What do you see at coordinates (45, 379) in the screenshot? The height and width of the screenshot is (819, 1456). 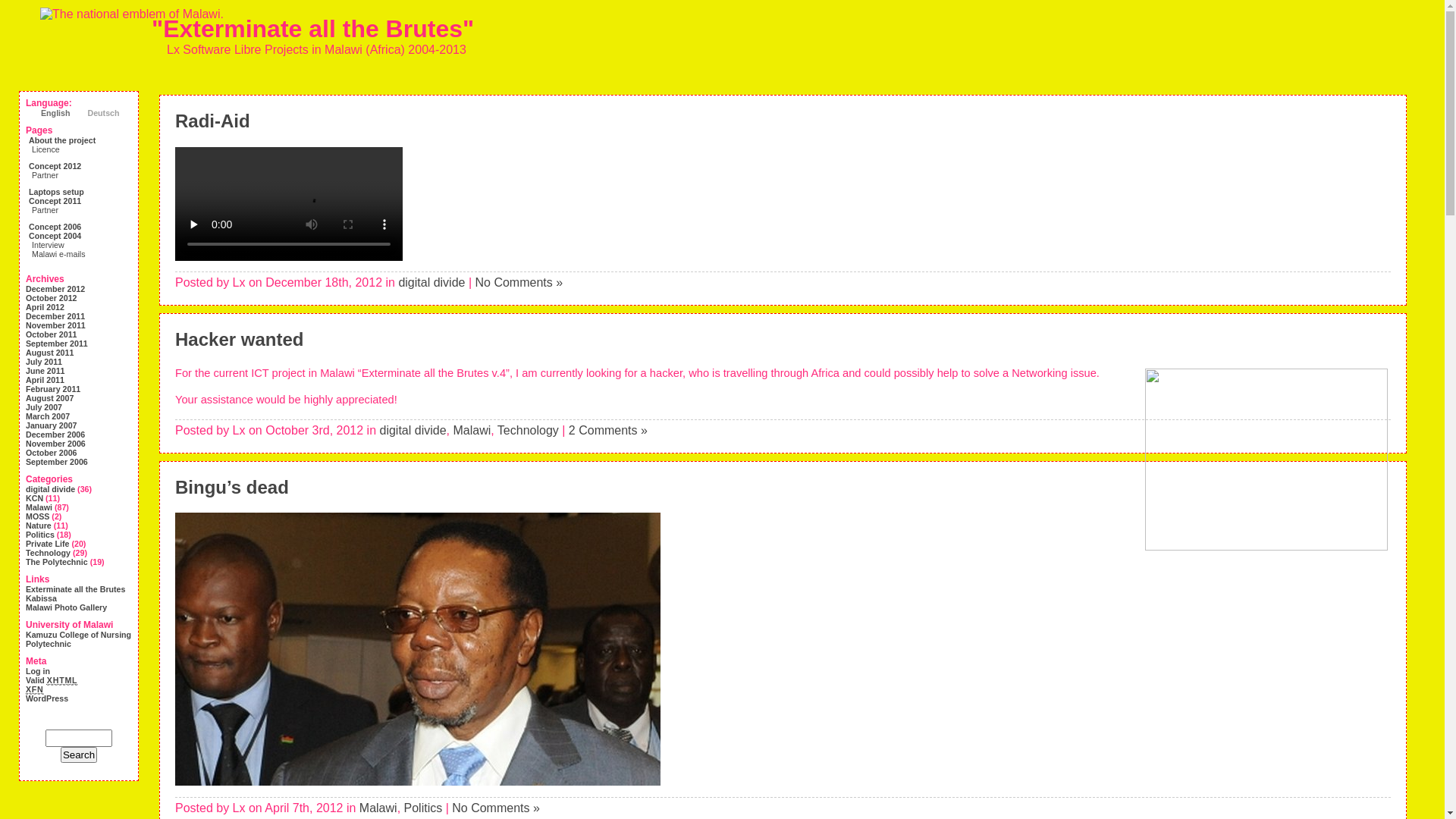 I see `'April 2011'` at bounding box center [45, 379].